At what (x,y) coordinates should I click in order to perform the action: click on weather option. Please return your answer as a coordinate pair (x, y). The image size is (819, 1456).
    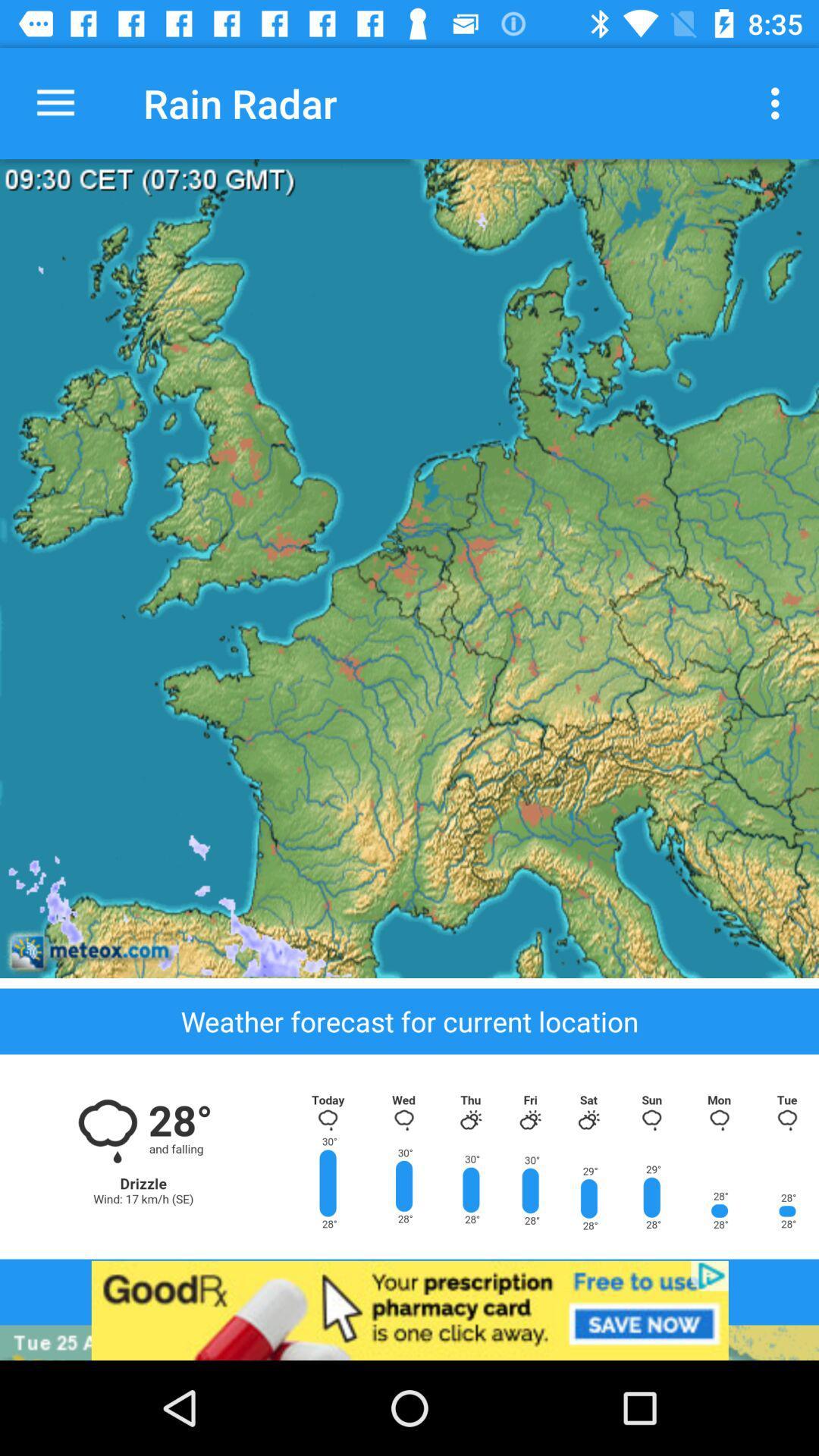
    Looking at the image, I should click on (409, 1156).